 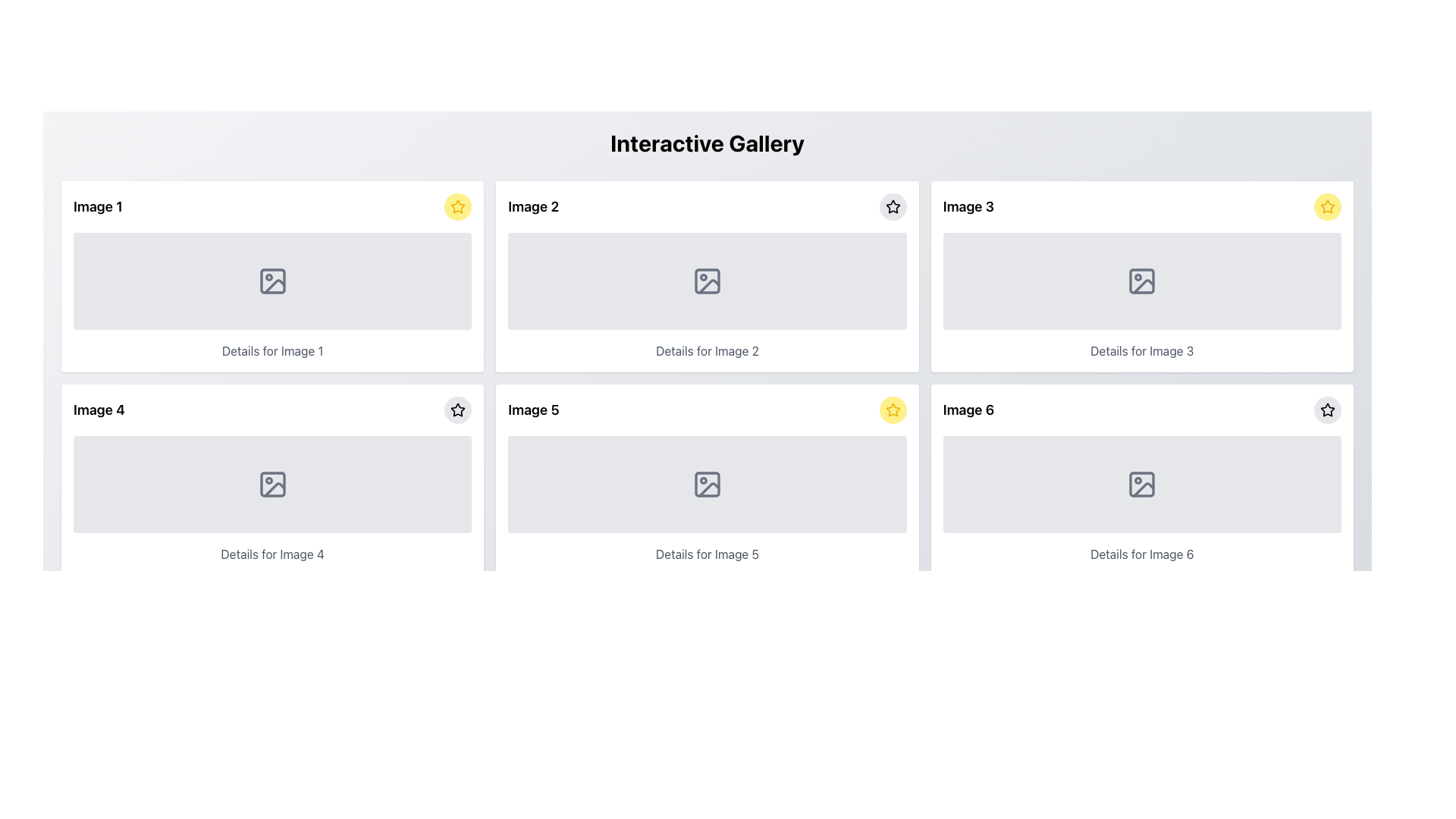 I want to click on the informational card representing 'Image 3' located in the top right corner of the grid layout, adjacent to 'Image 2' on the left and above 'Image 6', so click(x=1142, y=277).